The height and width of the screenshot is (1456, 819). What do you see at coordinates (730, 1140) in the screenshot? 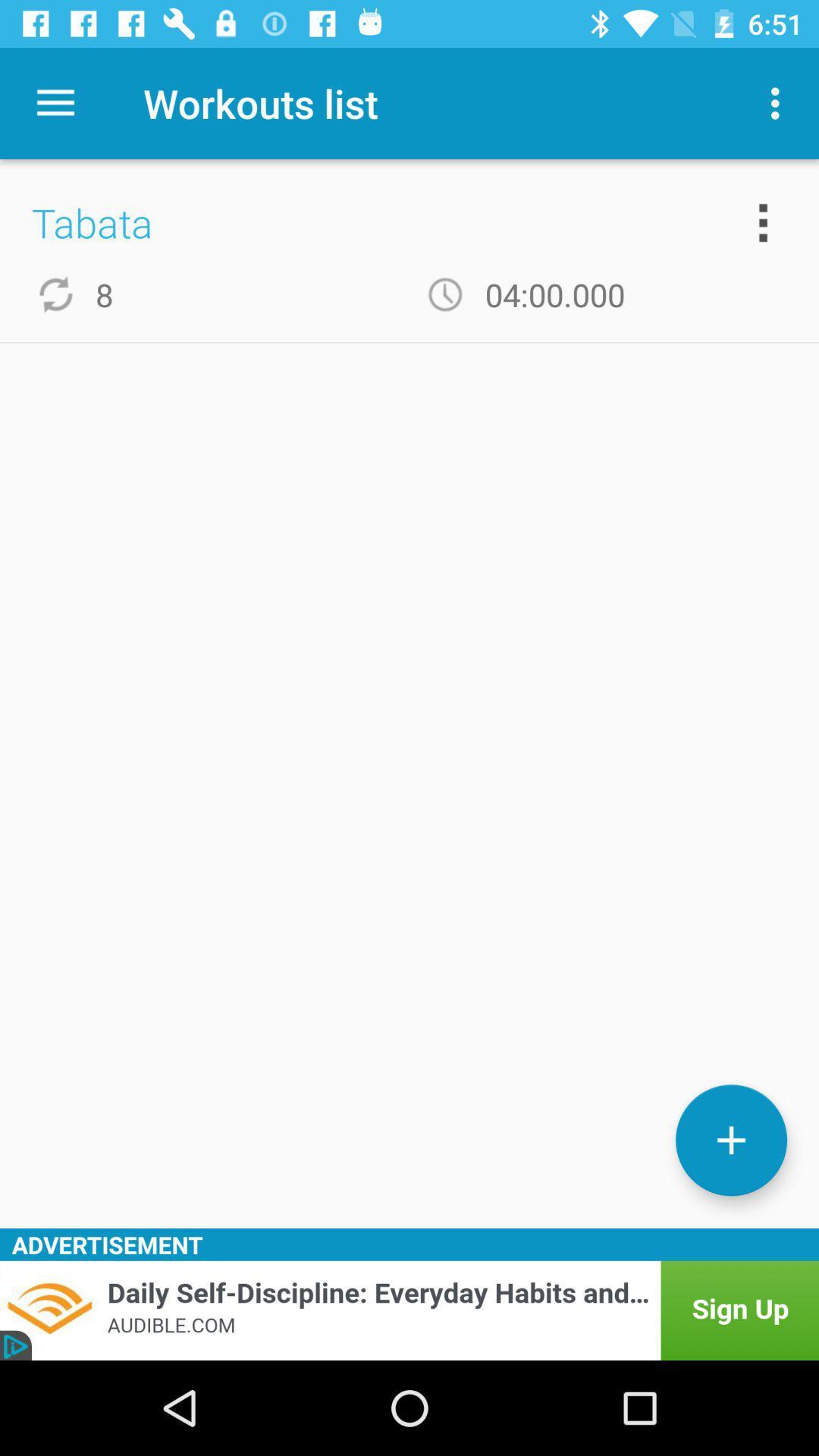
I see `item below 04:00.000 icon` at bounding box center [730, 1140].